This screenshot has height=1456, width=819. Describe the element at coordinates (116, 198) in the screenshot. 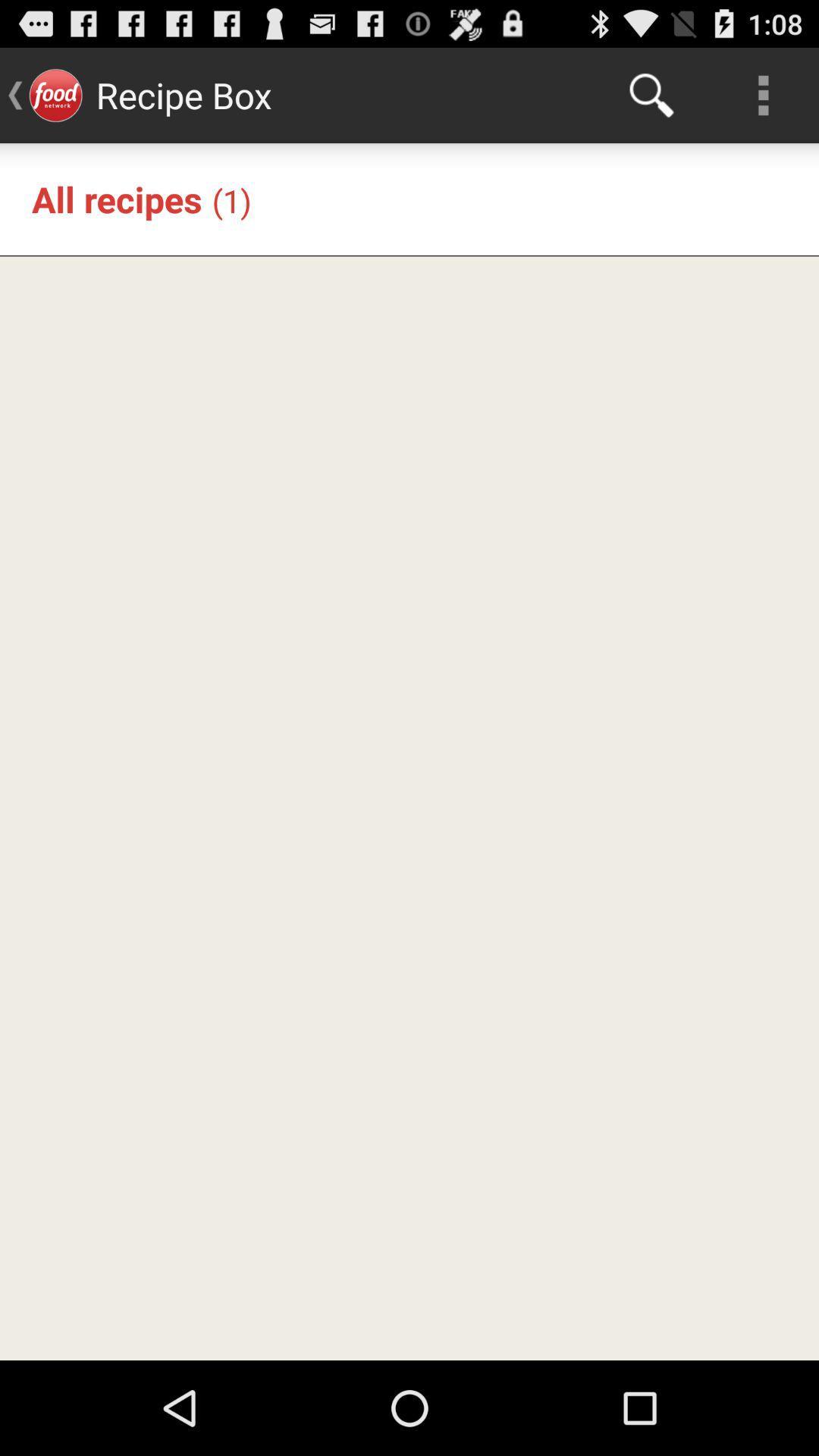

I see `all recipes app` at that location.